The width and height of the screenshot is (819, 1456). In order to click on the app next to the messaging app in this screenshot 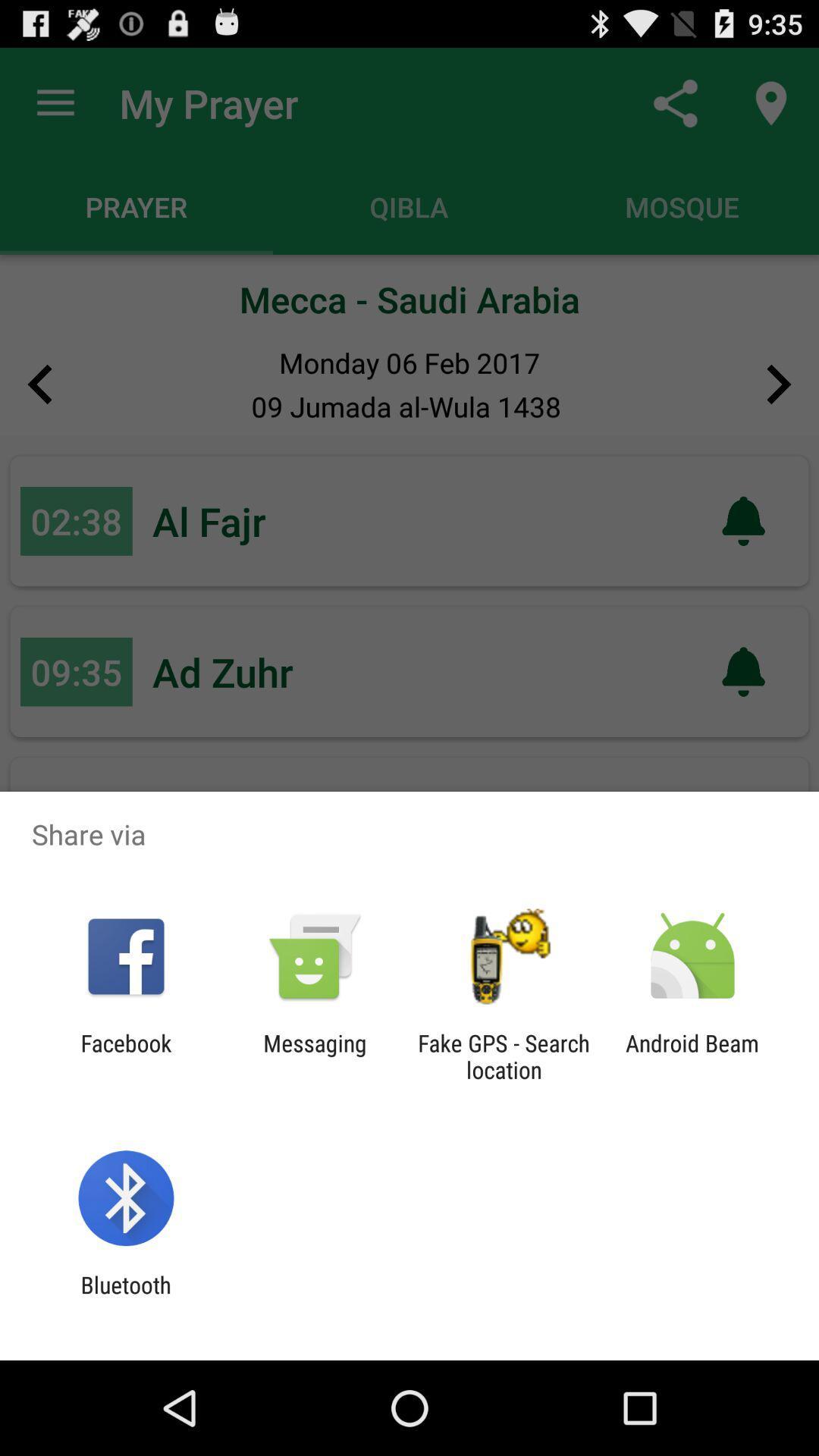, I will do `click(504, 1056)`.